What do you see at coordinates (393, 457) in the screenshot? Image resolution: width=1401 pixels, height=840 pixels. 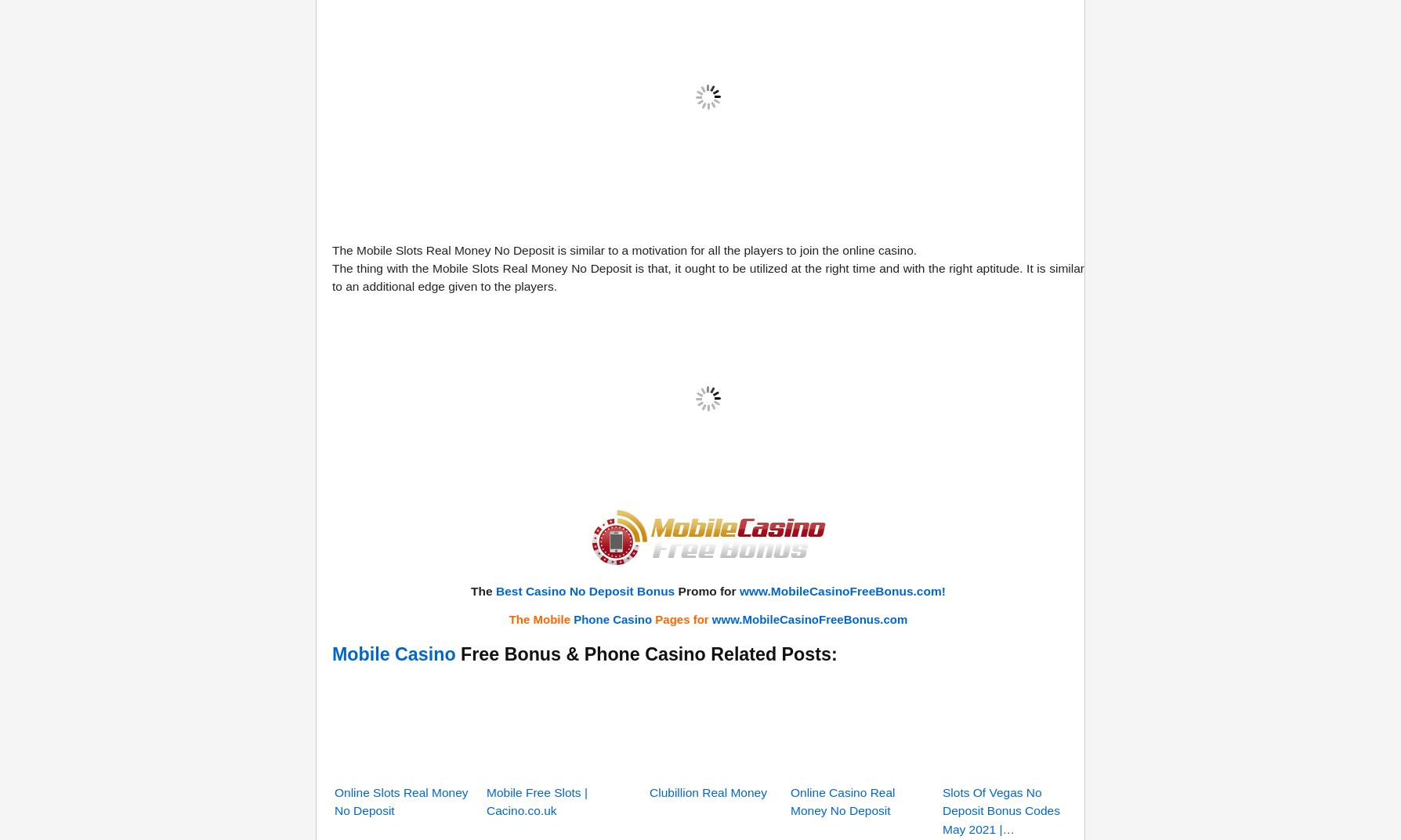 I see `'Mobile Casino'` at bounding box center [393, 457].